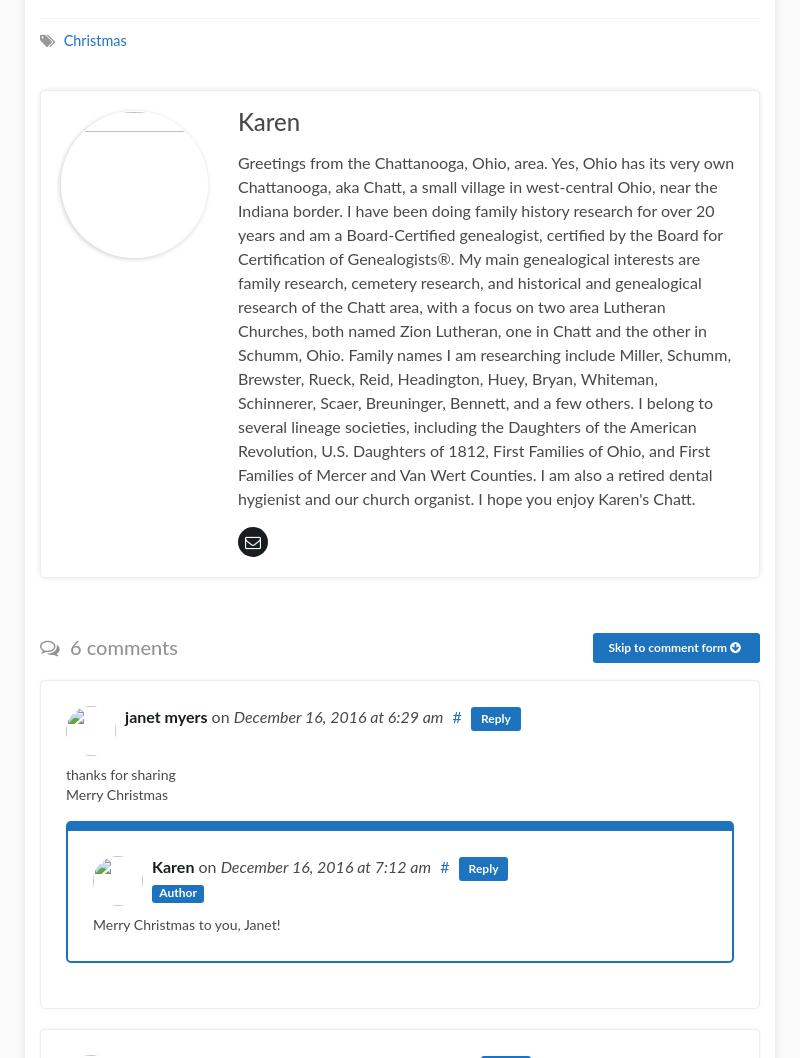 The height and width of the screenshot is (1058, 800). What do you see at coordinates (486, 331) in the screenshot?
I see `'Greetings from the Chattanooga, Ohio, area. Yes, Ohio has its very own Chattanooga, aka Chatt, a small village in west-central Ohio, near the Indiana border. I have been doing family history research for over 20 years and am a Board-Certified genealogist, certified by the Board for Certification of Genealogists®. My main genealogical interests are family research, cemetery research, and historical and genealogical research of the Chatt area, with a focus on two area Lutheran Churches, both named Zion Lutheran, one in Chatt and the other in Schumm, Ohio. Family names I am researching include Miller, Schumm, Brewster, Rueck, Reid, Headington, Huey, Bryan, Whiteman, Schinnerer, Scaer, Breuninger, Bennett, and a few others. I belong to several lineage societies, including the Daughters of the American Revolution, U.S. Daughters of 1812, First Families of Ohio, and First Families of Mercer and Van Wert Counties. I am also a retired dental hygienist and our church organist. I hope you enjoy Karen's Chatt.'` at bounding box center [486, 331].